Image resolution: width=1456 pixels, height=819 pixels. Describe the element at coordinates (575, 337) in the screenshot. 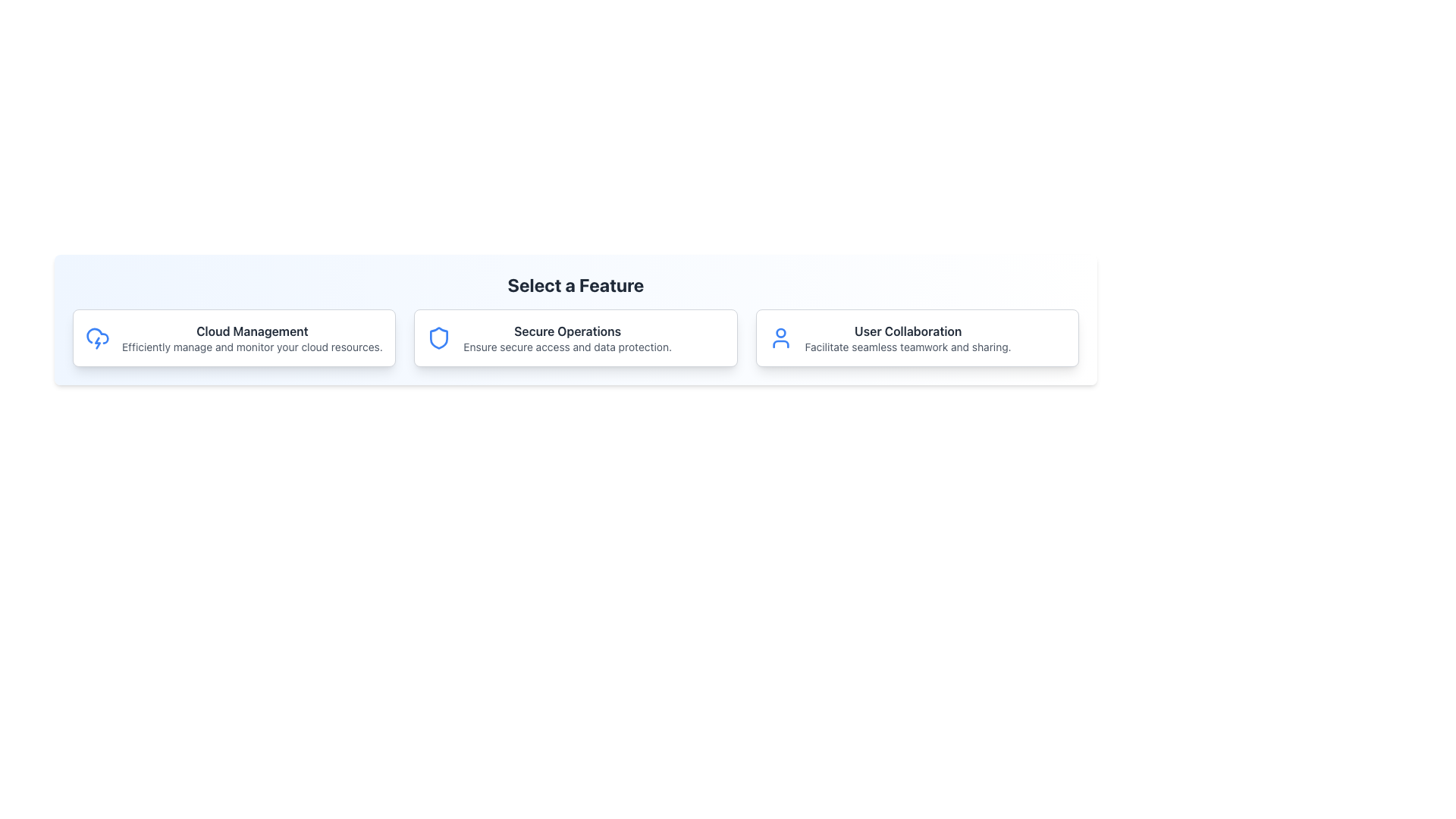

I see `the 'Secure Operations' button, which is the second card from the left, featuring a blue shield icon and two lines of text including 'Secure Operations' in bold` at that location.